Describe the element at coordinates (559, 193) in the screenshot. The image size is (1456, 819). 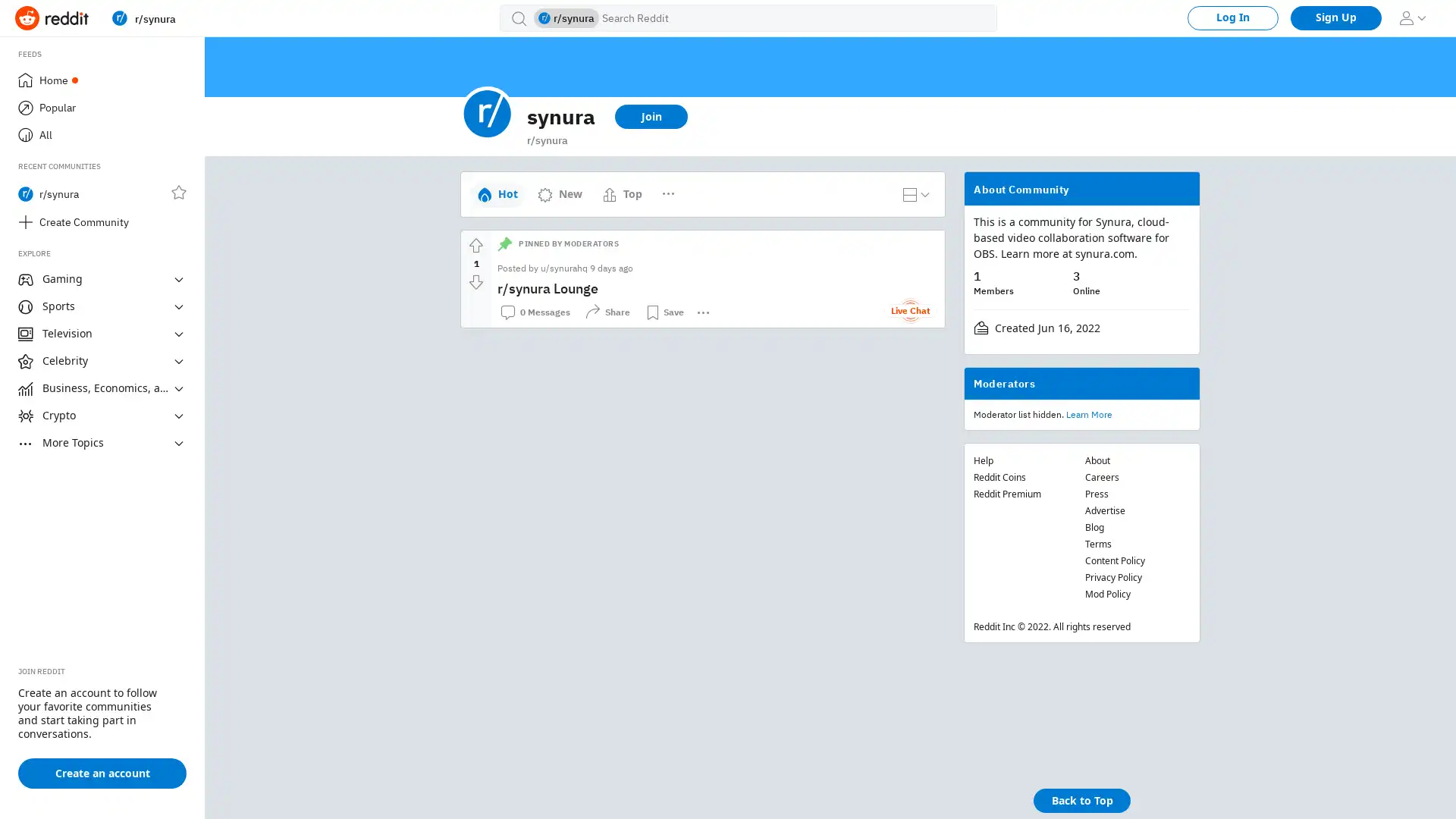
I see `New` at that location.